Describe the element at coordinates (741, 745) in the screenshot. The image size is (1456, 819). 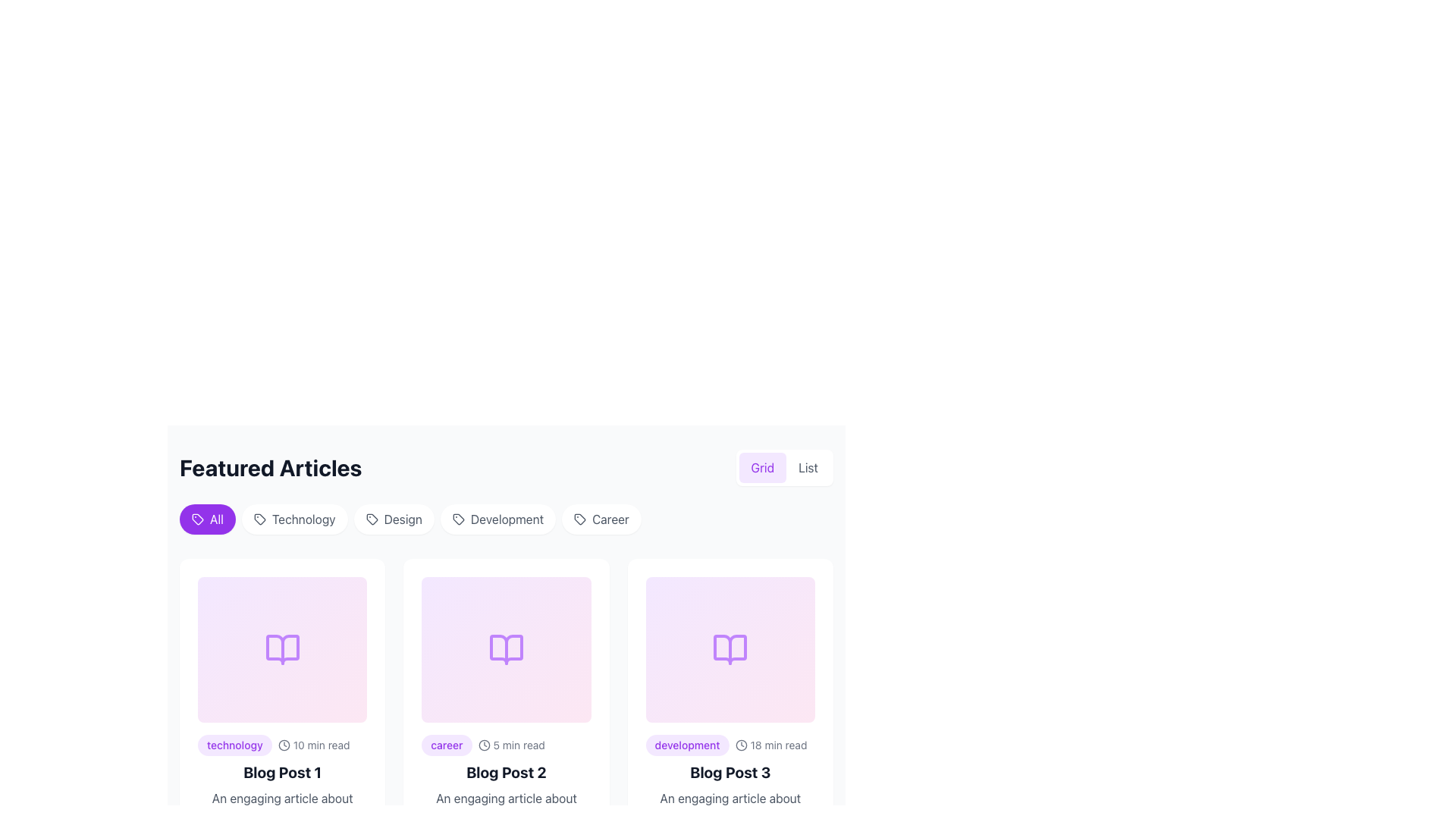
I see `the small clock icon with a circular outline located adjacent to the '18 min read' text for accessibility purposes` at that location.